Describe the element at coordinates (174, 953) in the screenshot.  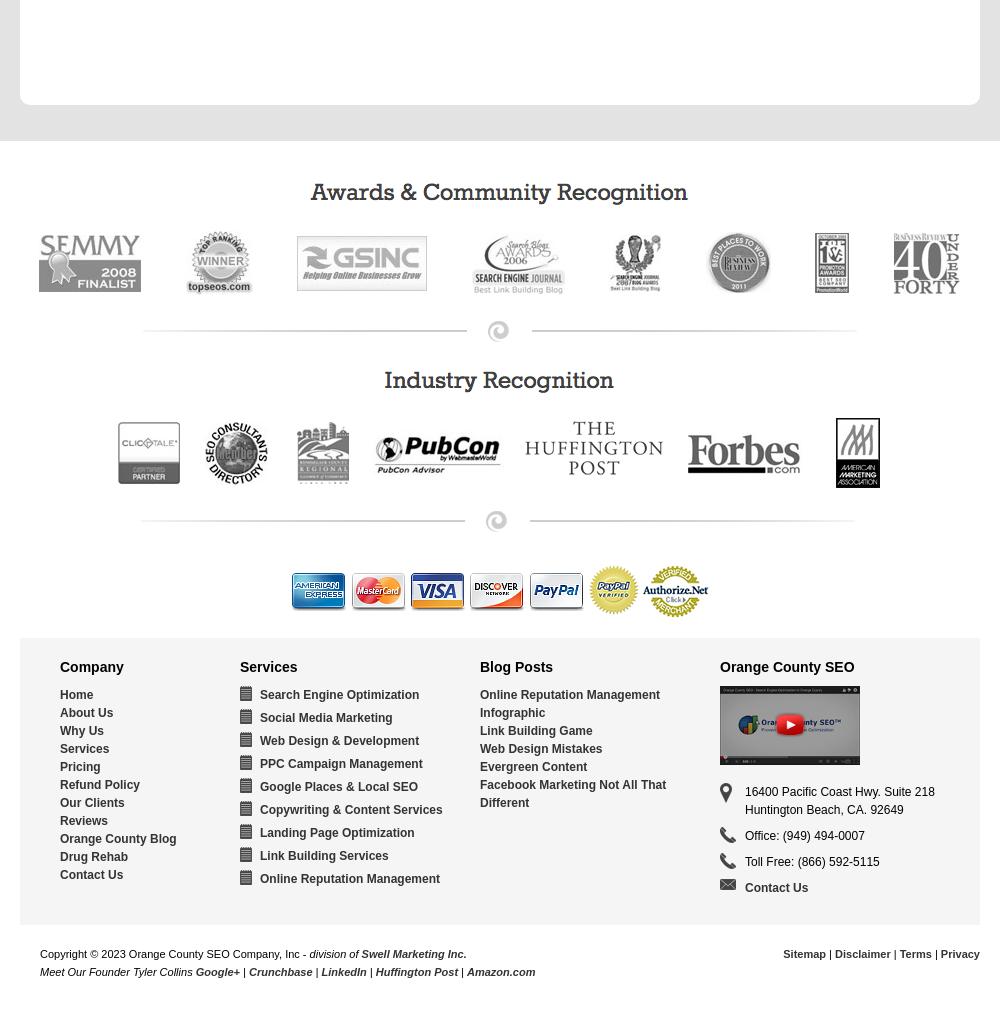
I see `'Copyright © 2023 Orange County SEO Company, Inc -'` at that location.